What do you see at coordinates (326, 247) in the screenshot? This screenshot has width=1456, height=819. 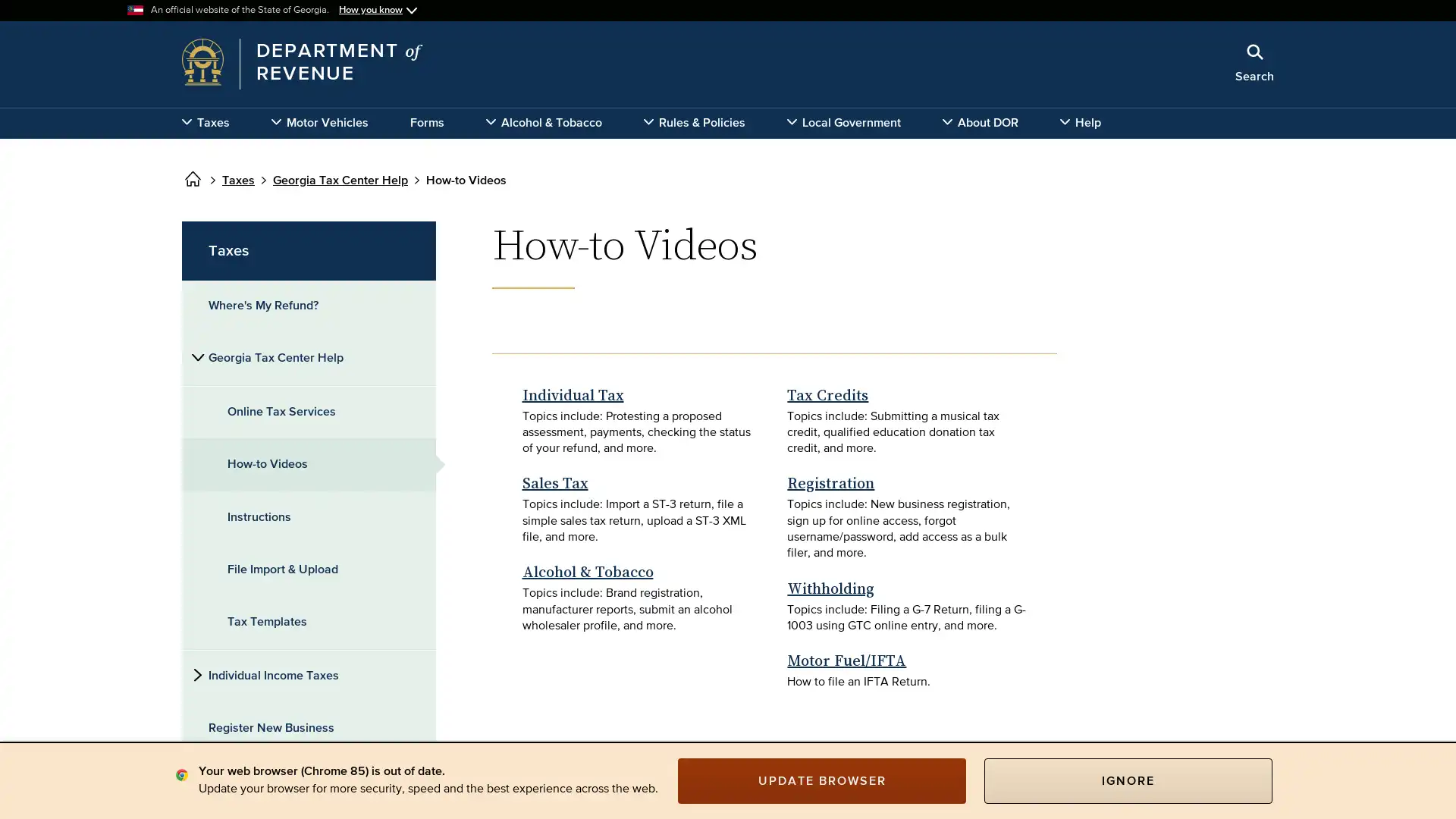 I see `x` at bounding box center [326, 247].